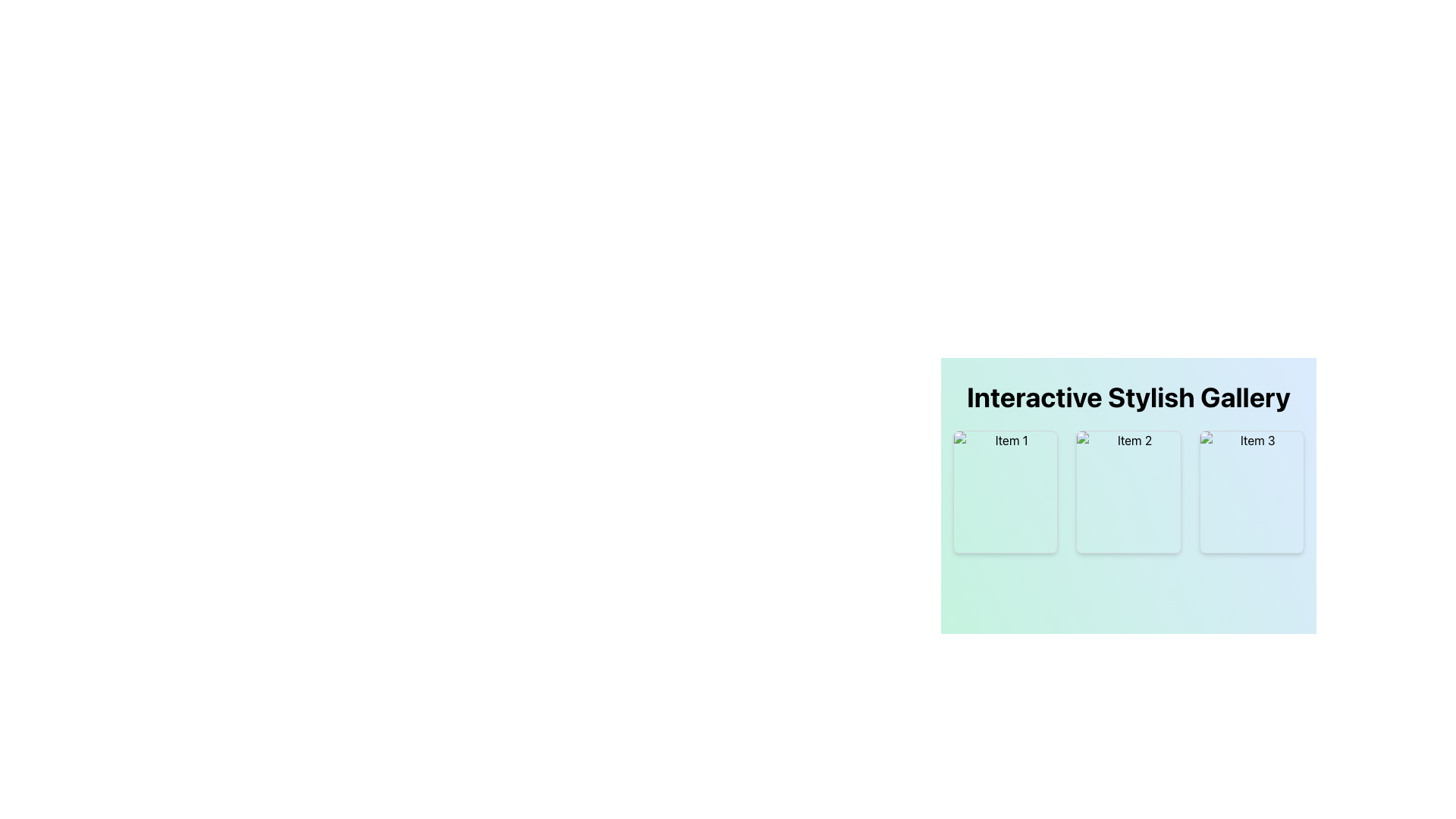  I want to click on the bold title 'Interactive Stylish Gallery' displayed prominently at the top of the page, so click(1128, 397).